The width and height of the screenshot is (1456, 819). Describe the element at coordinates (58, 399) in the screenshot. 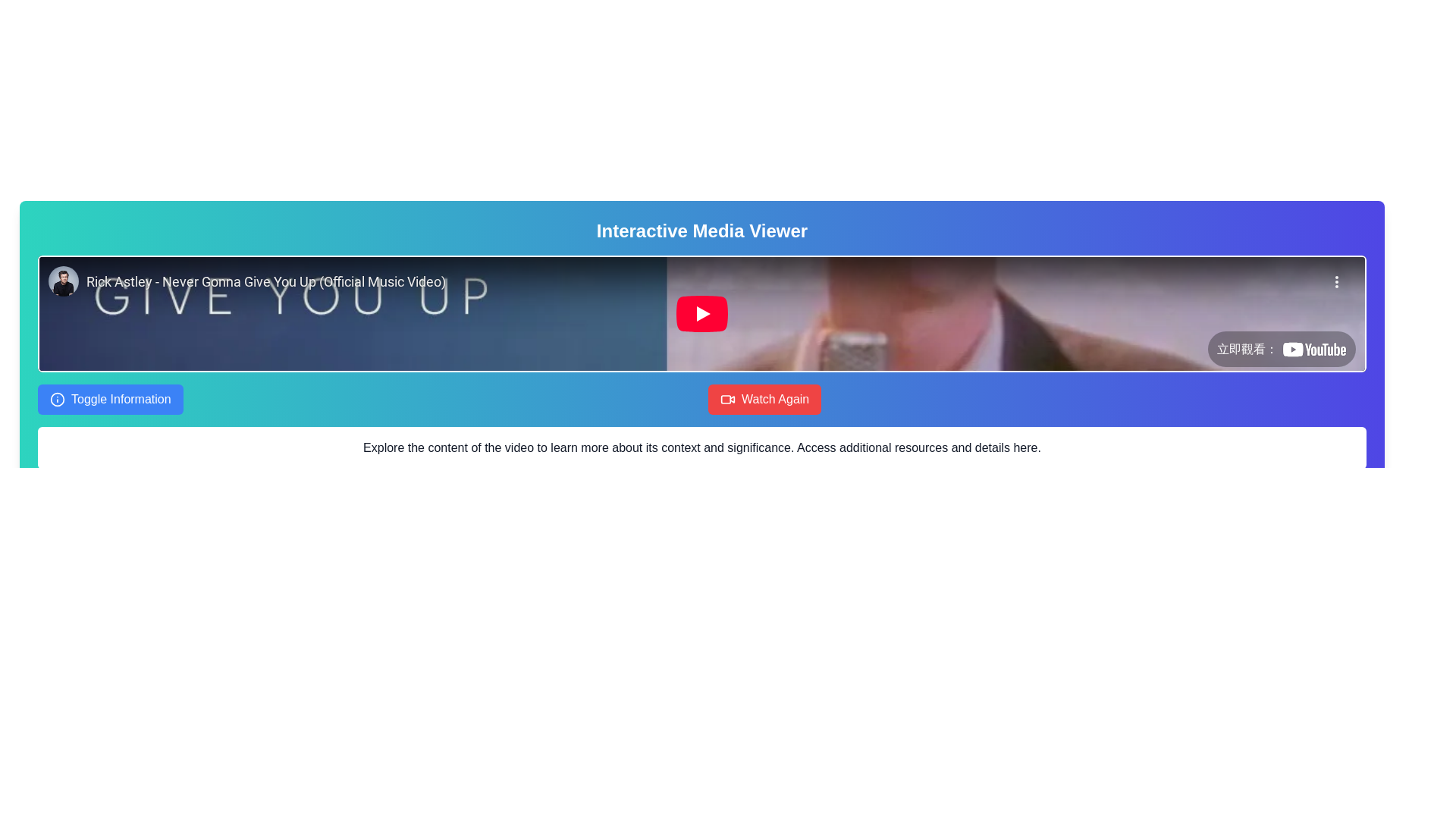

I see `the circular blue information icon with an outlined 'i' symbol located to the left of the 'Toggle Information' button` at that location.